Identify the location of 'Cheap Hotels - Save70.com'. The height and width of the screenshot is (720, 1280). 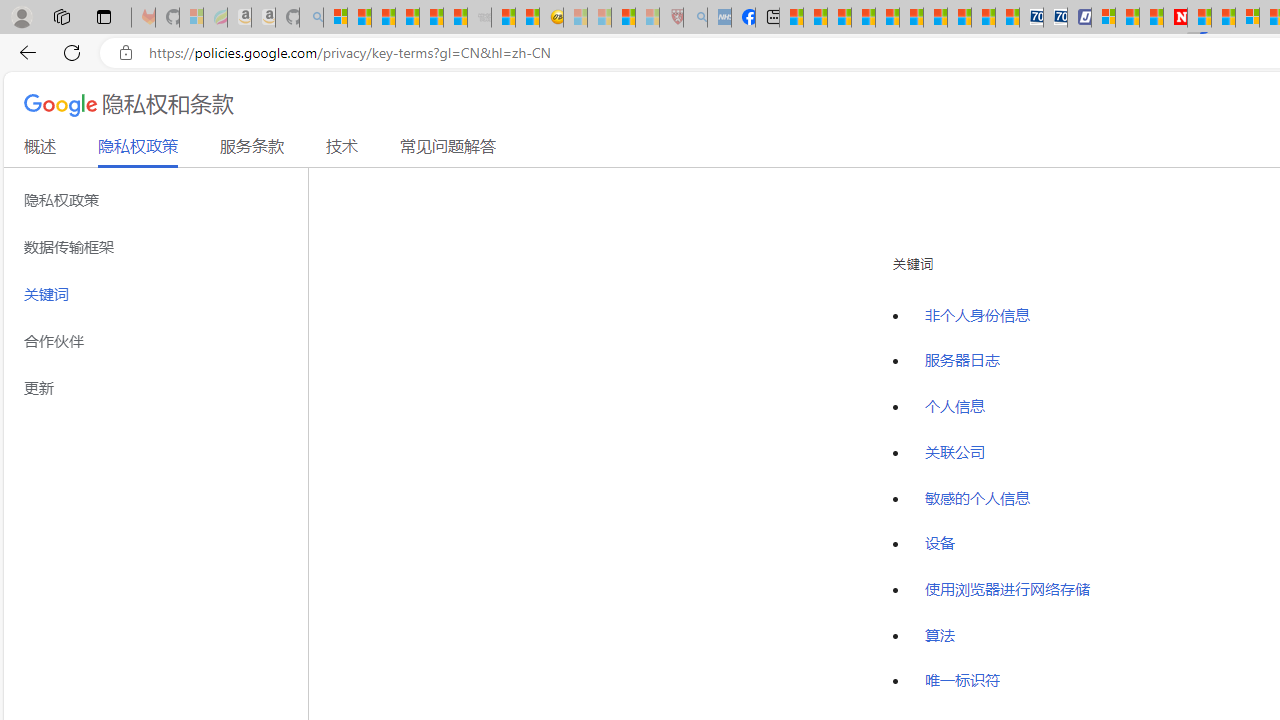
(1055, 17).